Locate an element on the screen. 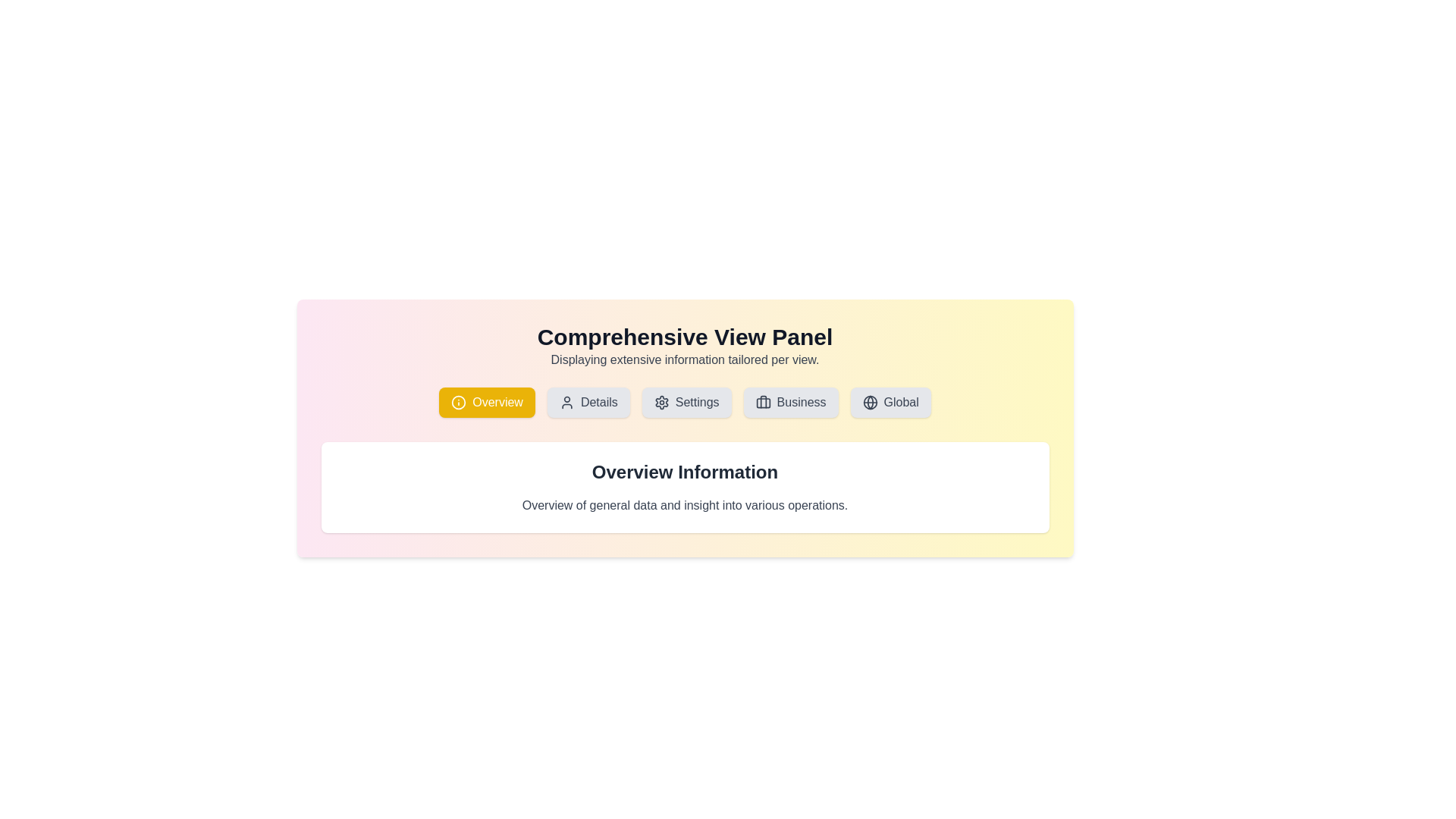 This screenshot has width=1456, height=819. the circular icon with a yellow outline and a dot inside, which is positioned inside the yellow button labeled 'Overview', under the header 'Comprehensive View Panel' is located at coordinates (458, 402).